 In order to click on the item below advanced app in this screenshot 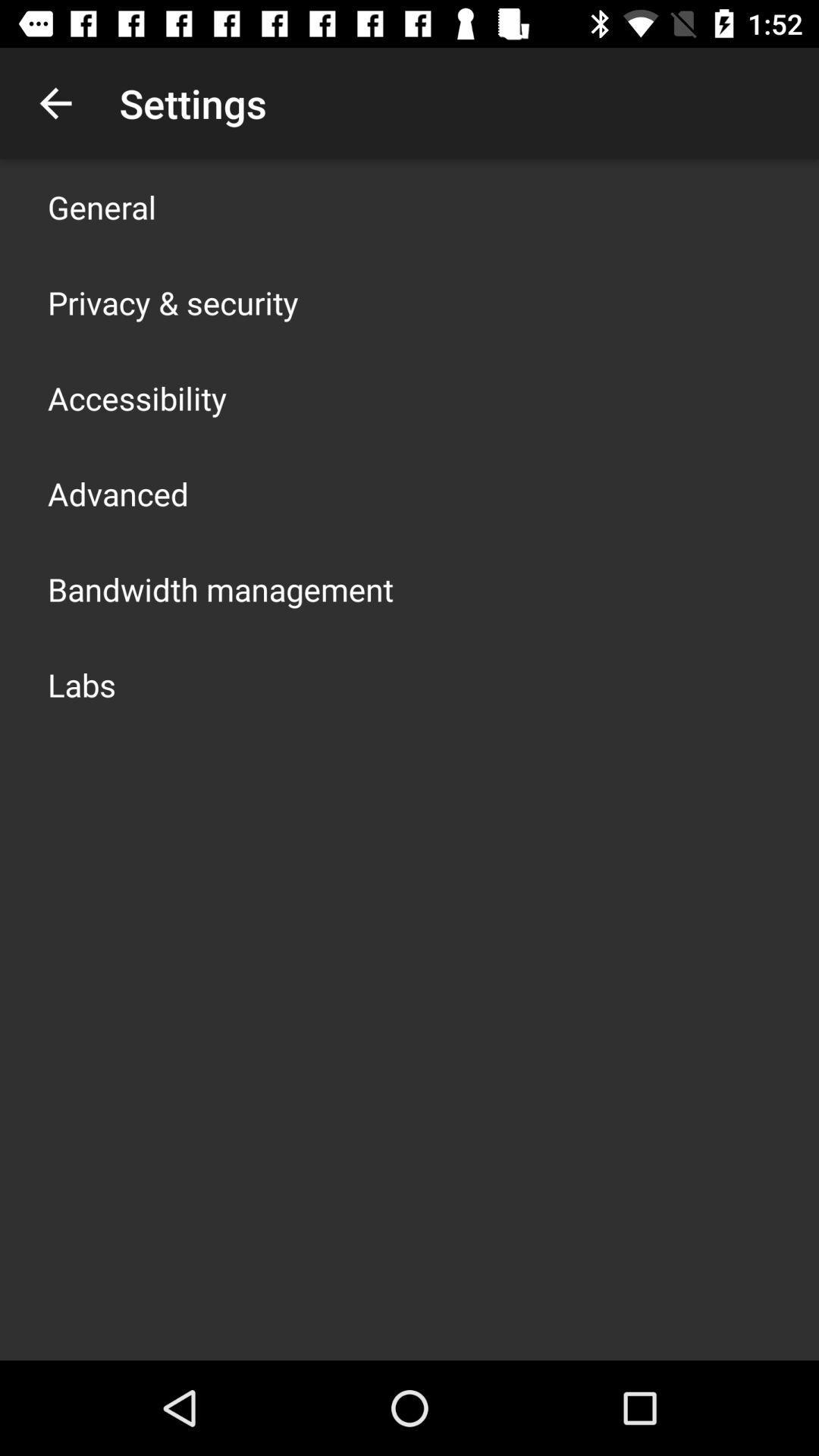, I will do `click(220, 588)`.